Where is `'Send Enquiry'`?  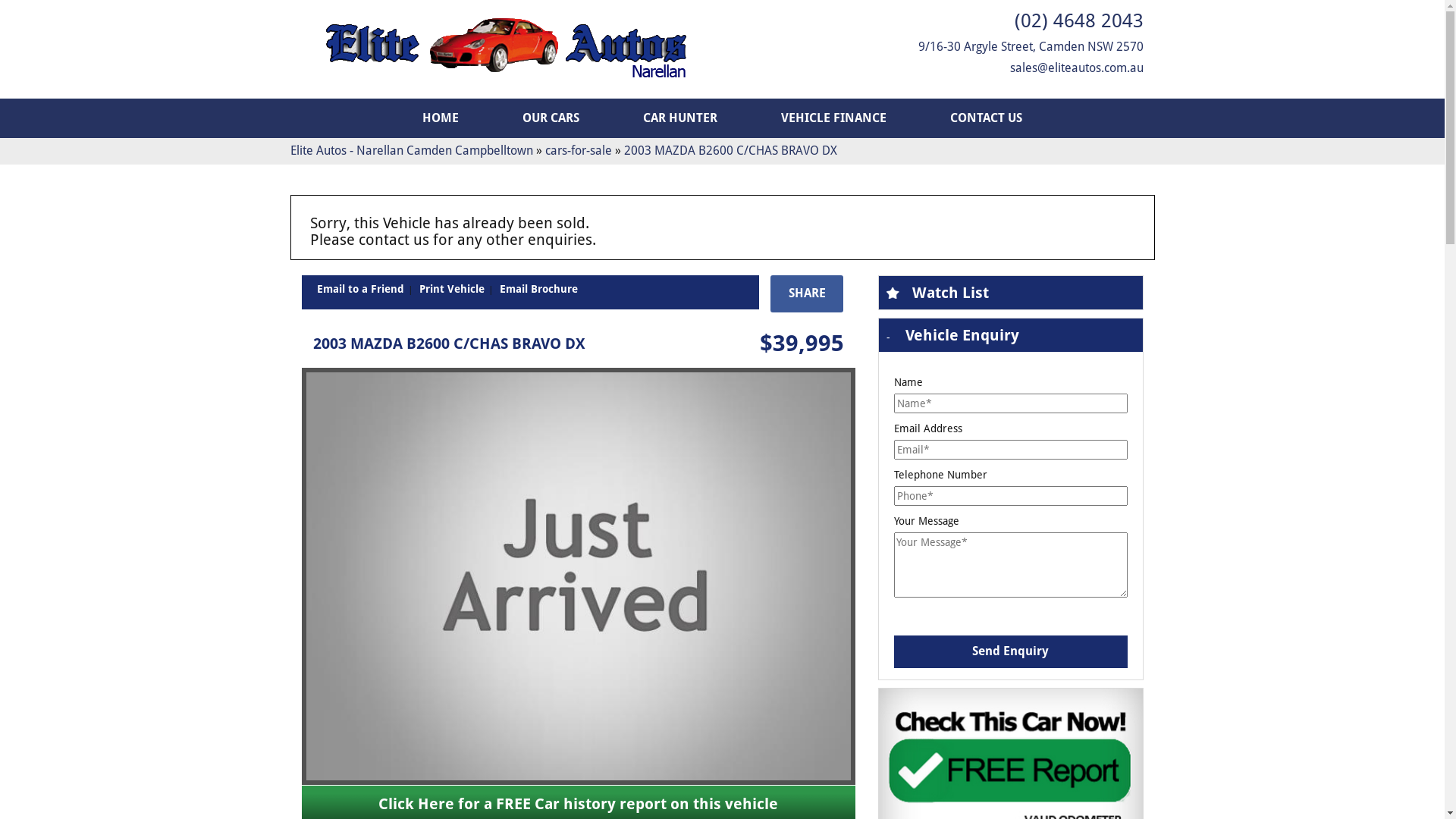
'Send Enquiry' is located at coordinates (893, 651).